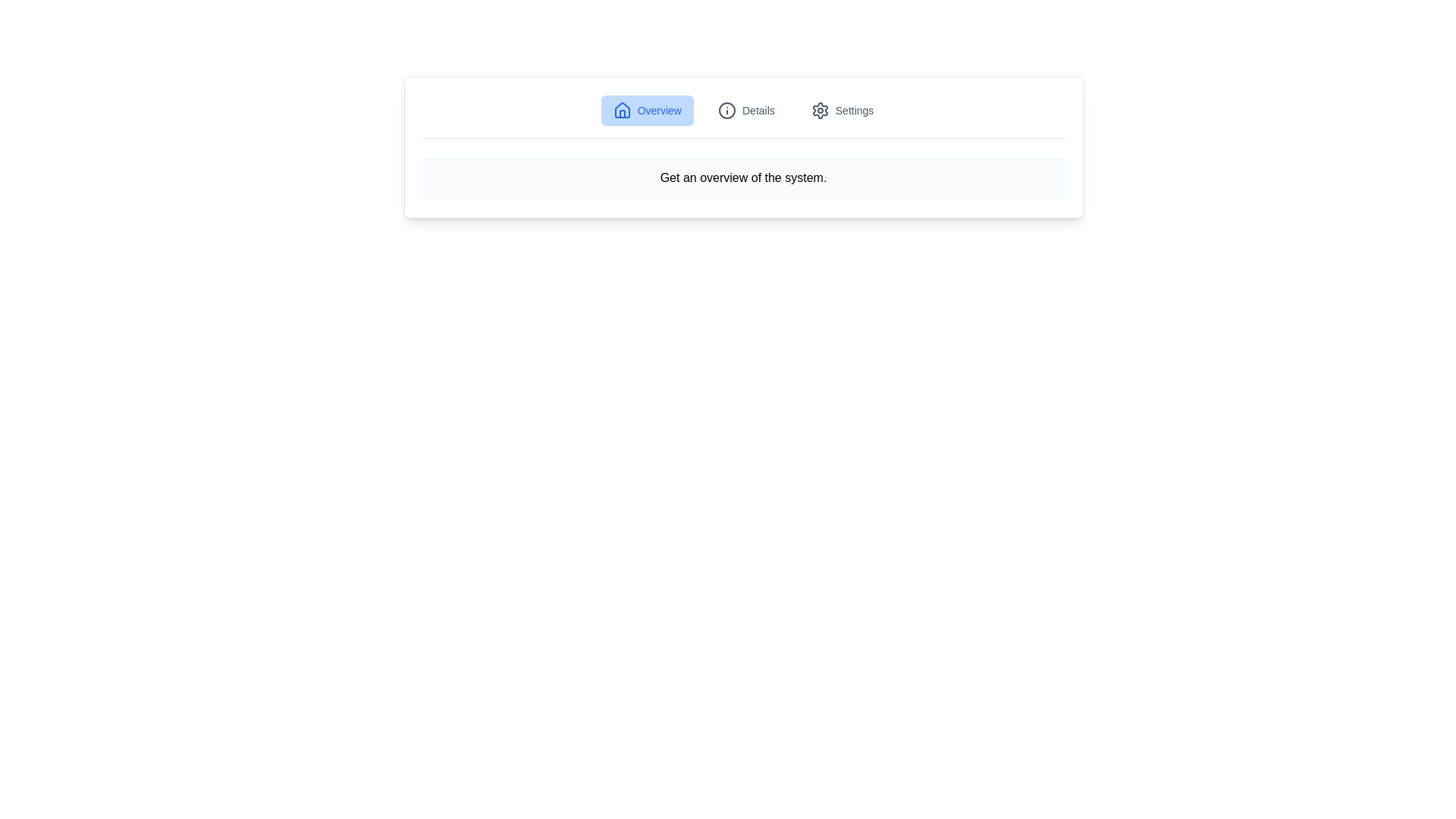 The image size is (1456, 819). What do you see at coordinates (726, 110) in the screenshot?
I see `the circular information icon within the 'Details' button, which is styled with a dark outline and located in the top navigation bar` at bounding box center [726, 110].